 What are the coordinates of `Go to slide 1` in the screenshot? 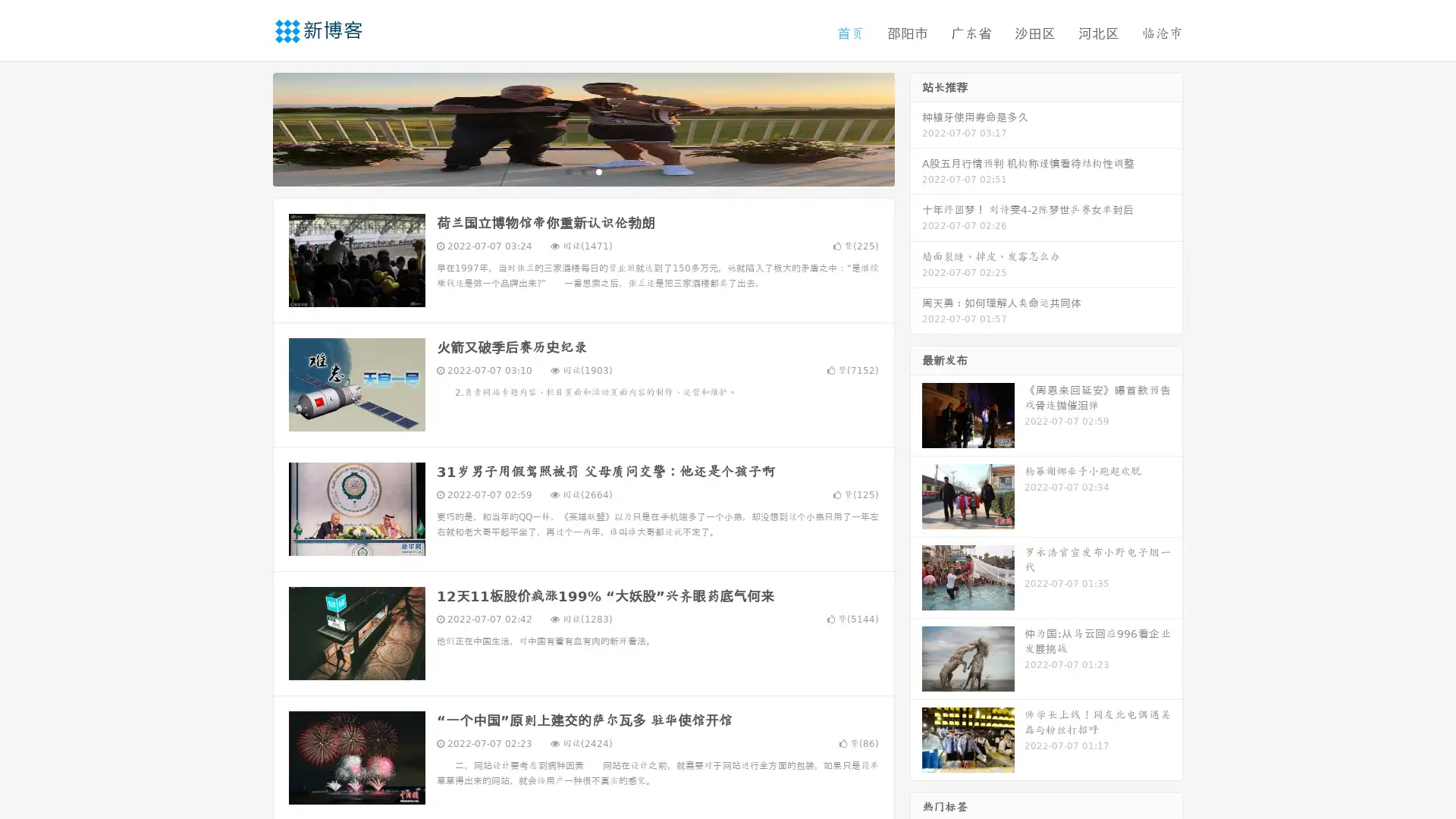 It's located at (567, 171).